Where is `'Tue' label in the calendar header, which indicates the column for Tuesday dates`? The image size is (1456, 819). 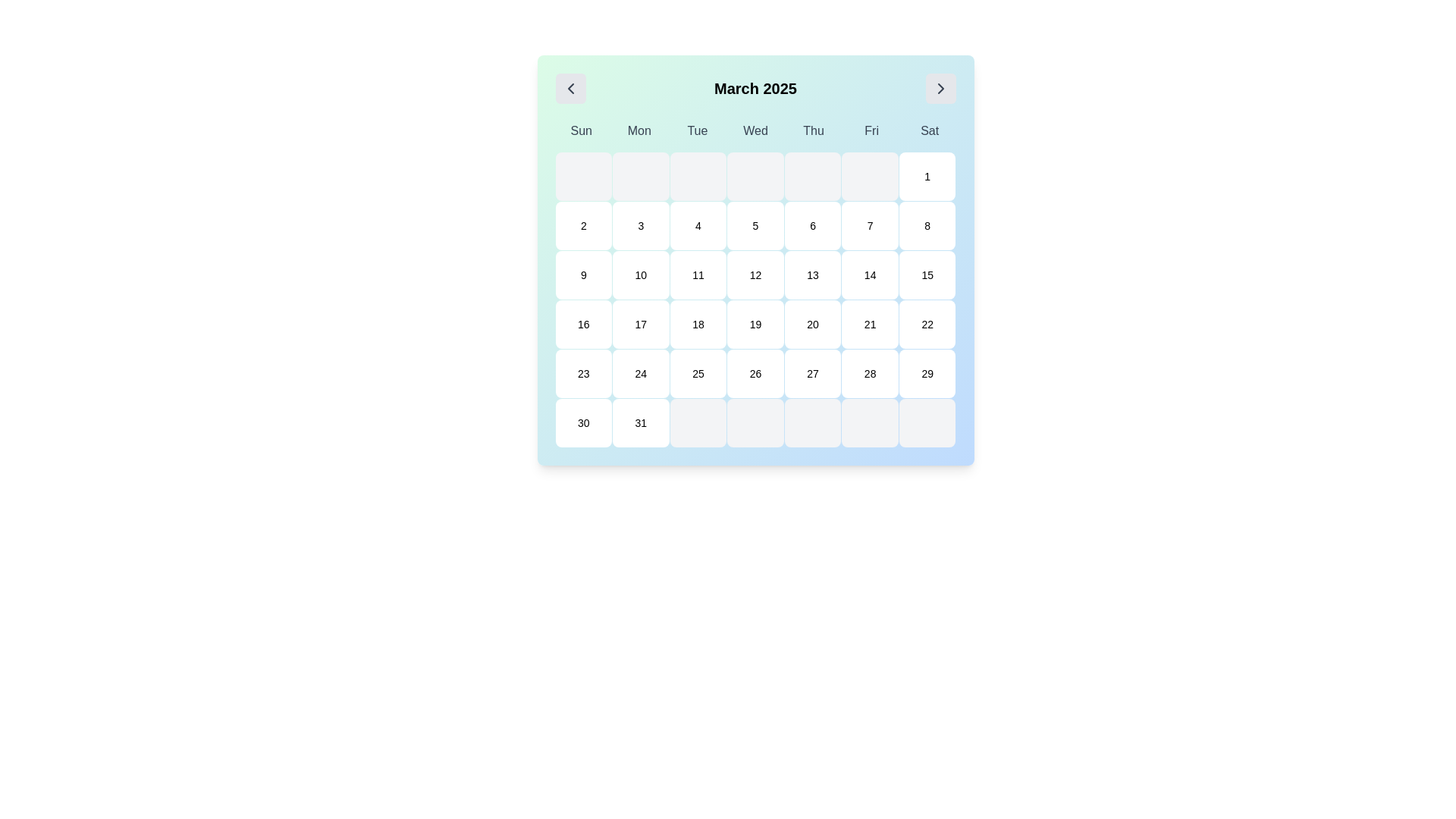
'Tue' label in the calendar header, which indicates the column for Tuesday dates is located at coordinates (696, 130).